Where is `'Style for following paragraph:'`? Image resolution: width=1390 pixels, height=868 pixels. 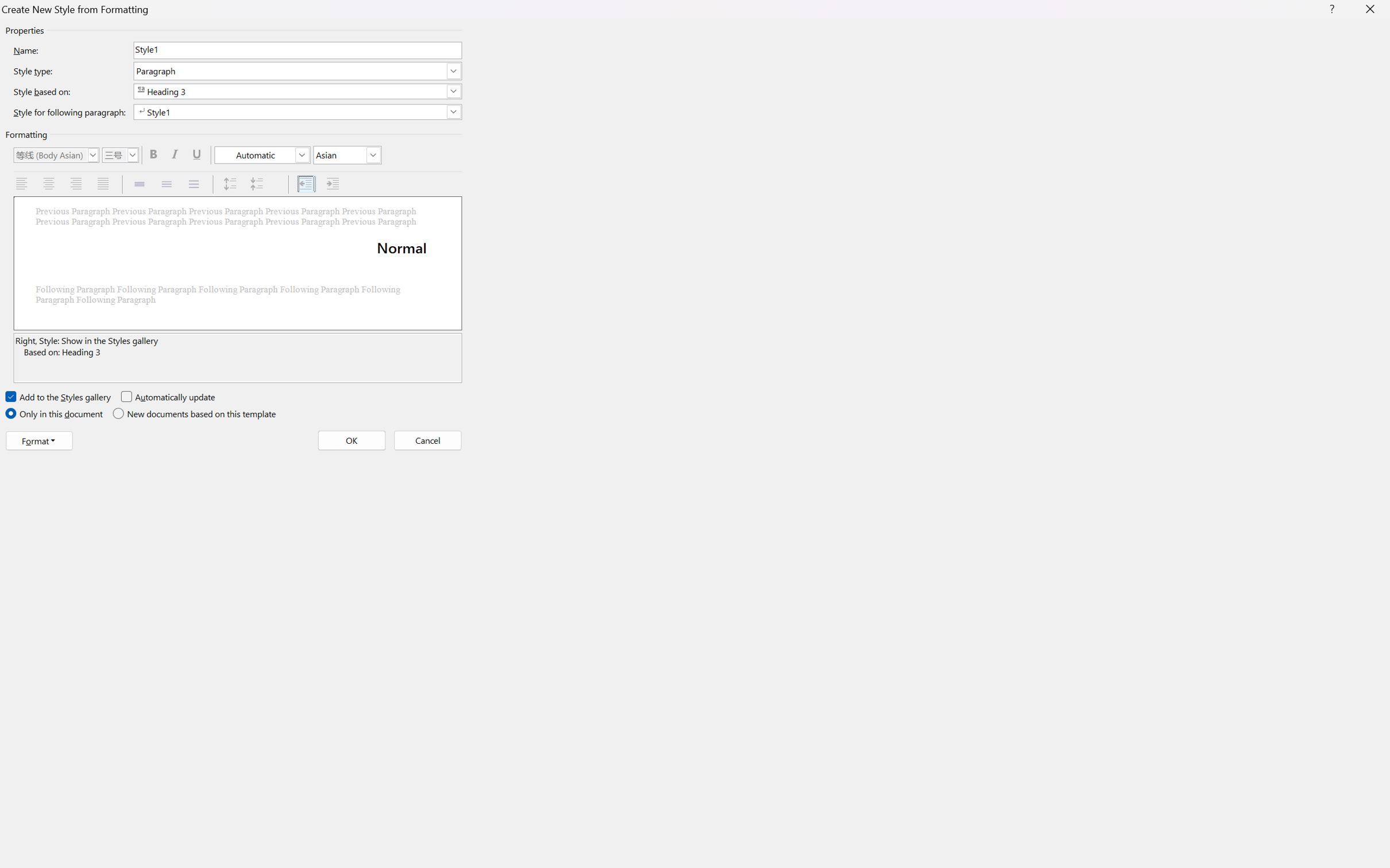
'Style for following paragraph:' is located at coordinates (296, 111).